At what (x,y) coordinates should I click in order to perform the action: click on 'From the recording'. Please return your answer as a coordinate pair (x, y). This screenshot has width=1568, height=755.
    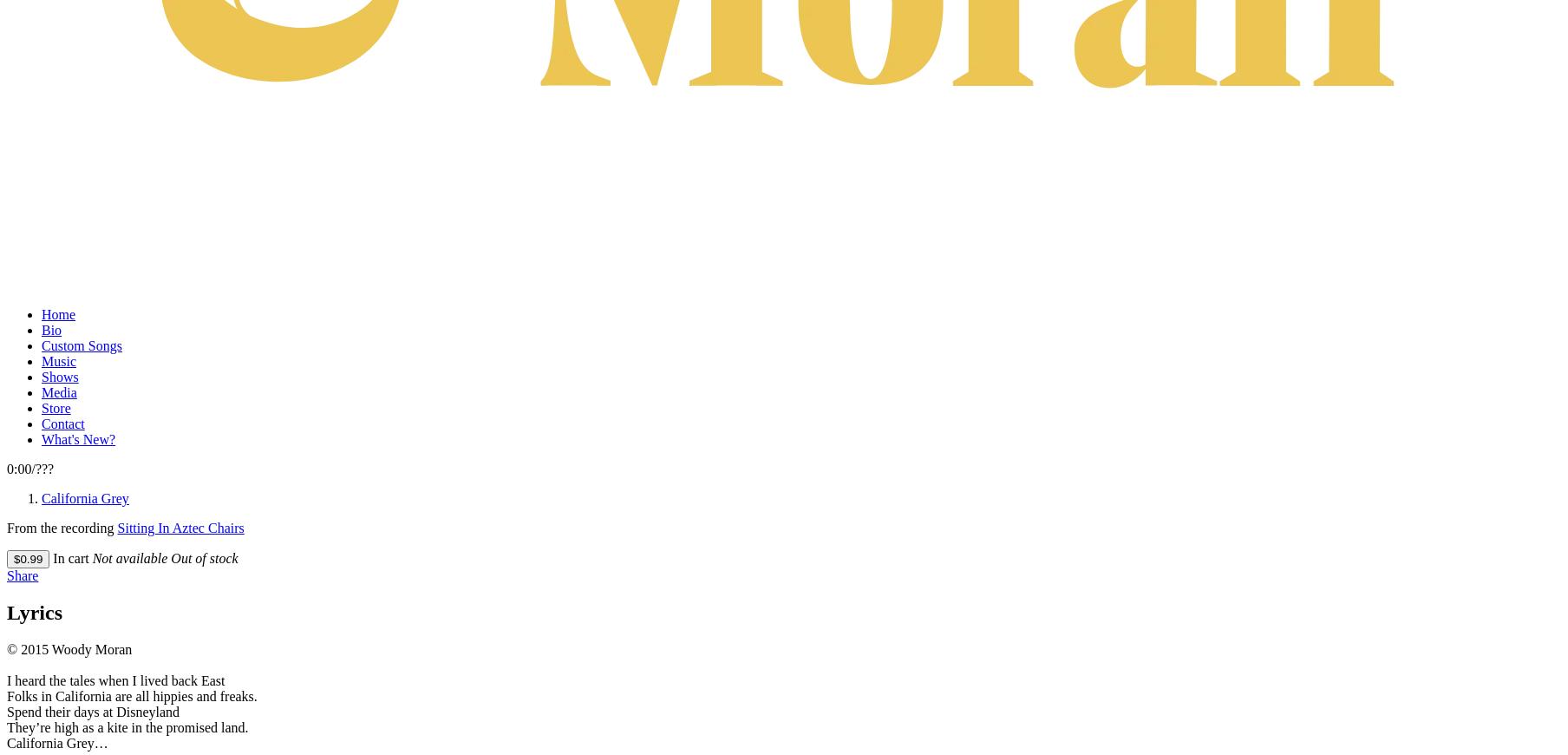
    Looking at the image, I should click on (62, 526).